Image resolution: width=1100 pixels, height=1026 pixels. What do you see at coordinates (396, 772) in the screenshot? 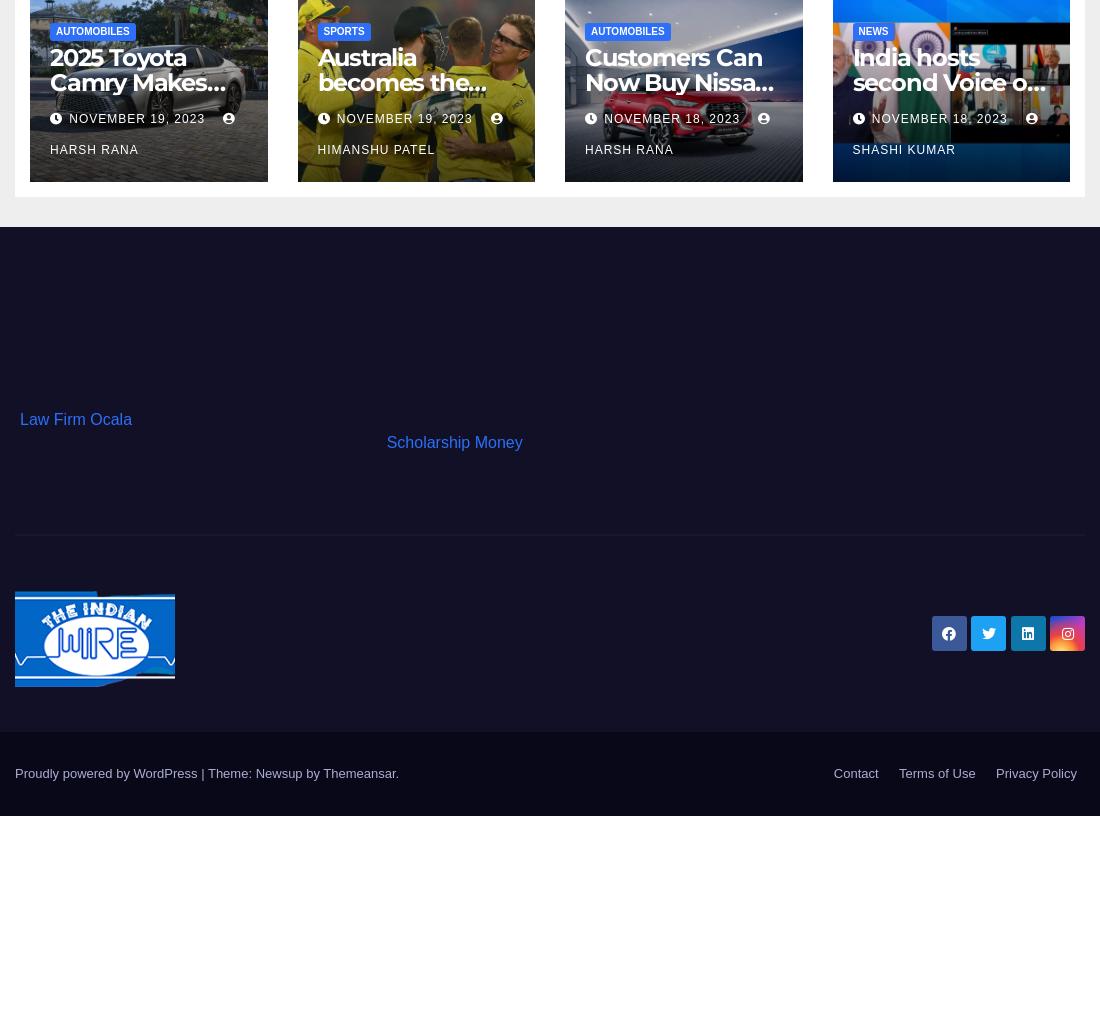
I see `'.'` at bounding box center [396, 772].